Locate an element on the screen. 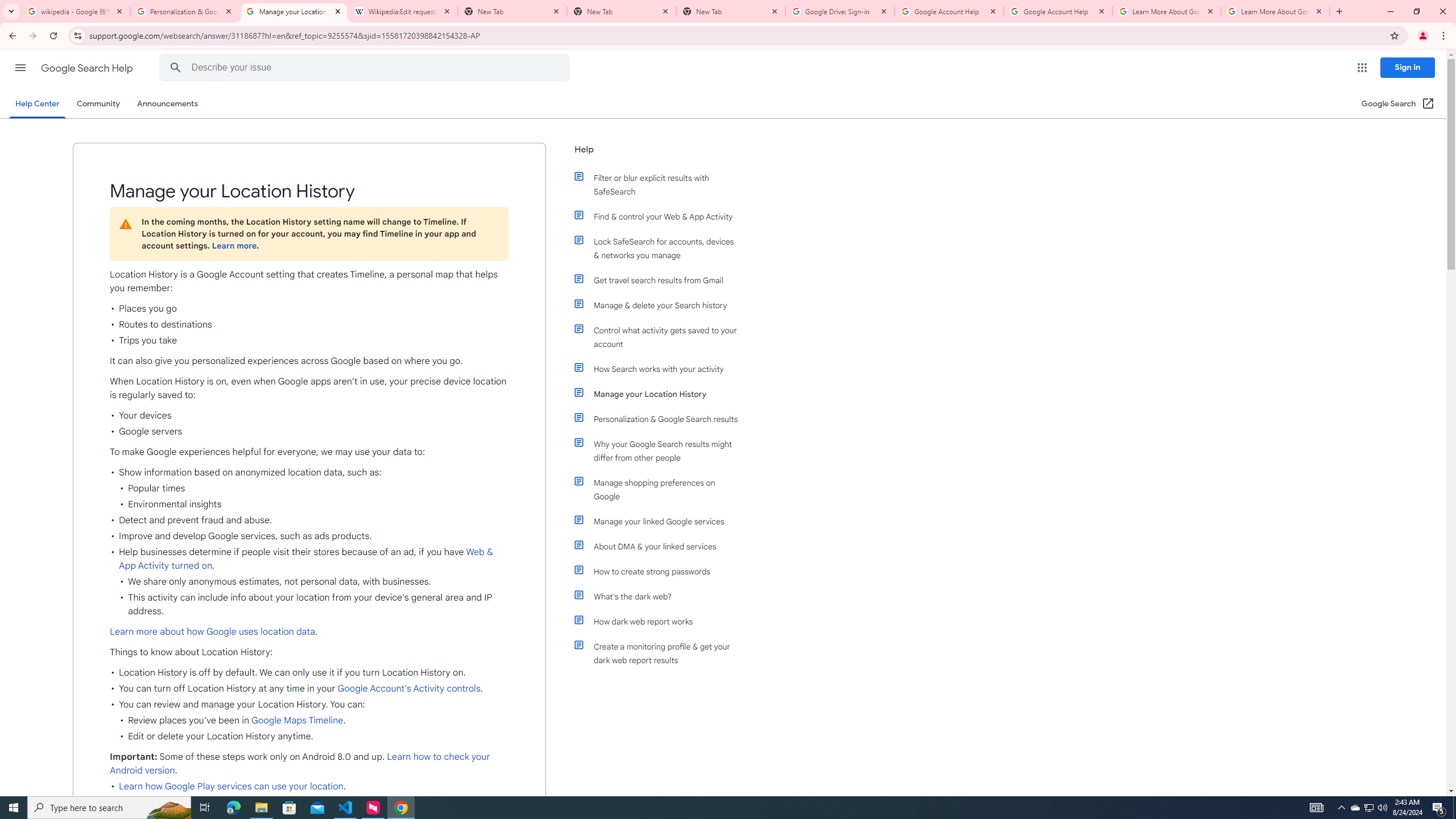 This screenshot has width=1456, height=819. 'Manage your Location History' is located at coordinates (661, 394).